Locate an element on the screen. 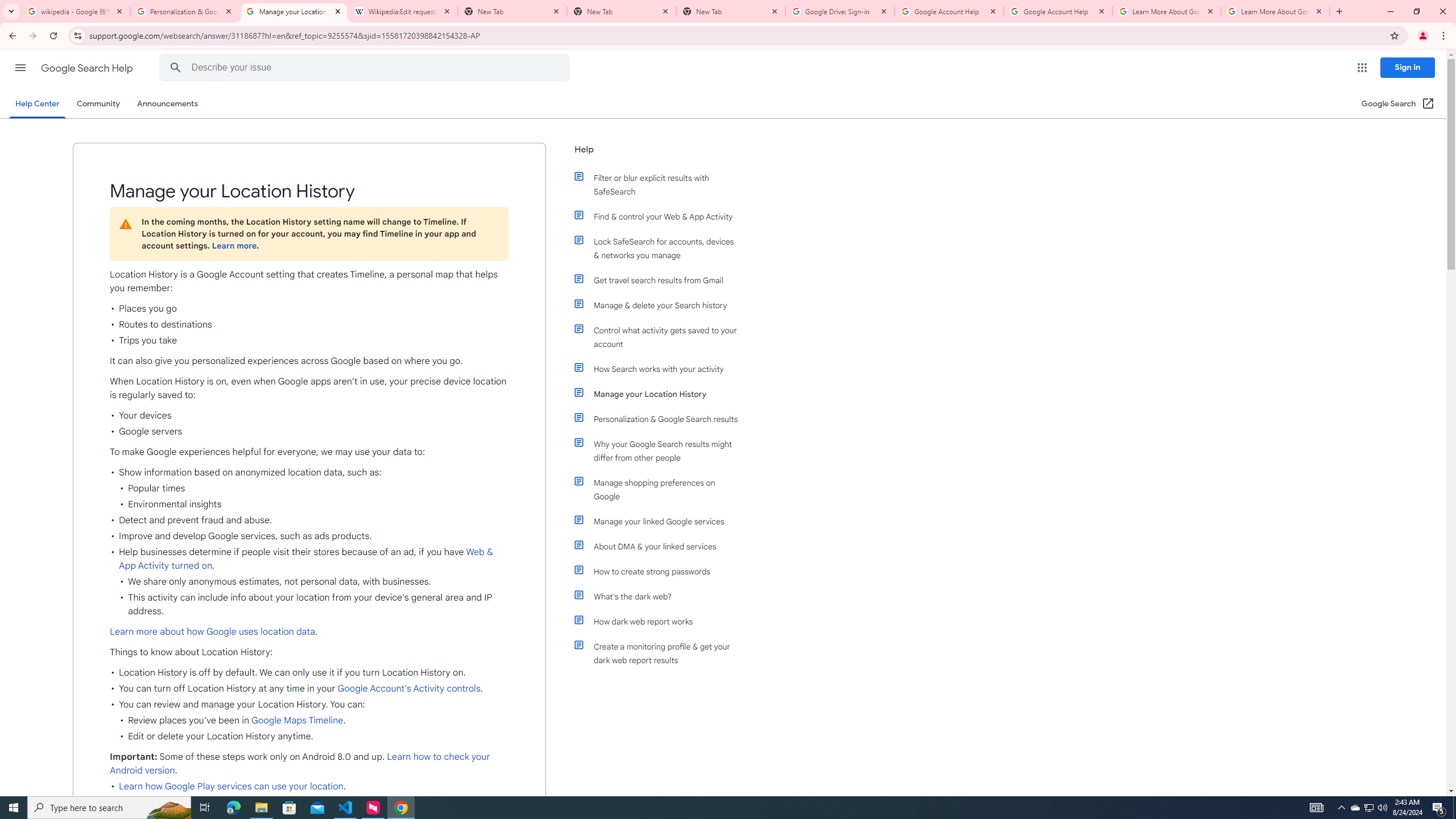 This screenshot has width=1456, height=819. 'Manage your Location History' is located at coordinates (661, 394).